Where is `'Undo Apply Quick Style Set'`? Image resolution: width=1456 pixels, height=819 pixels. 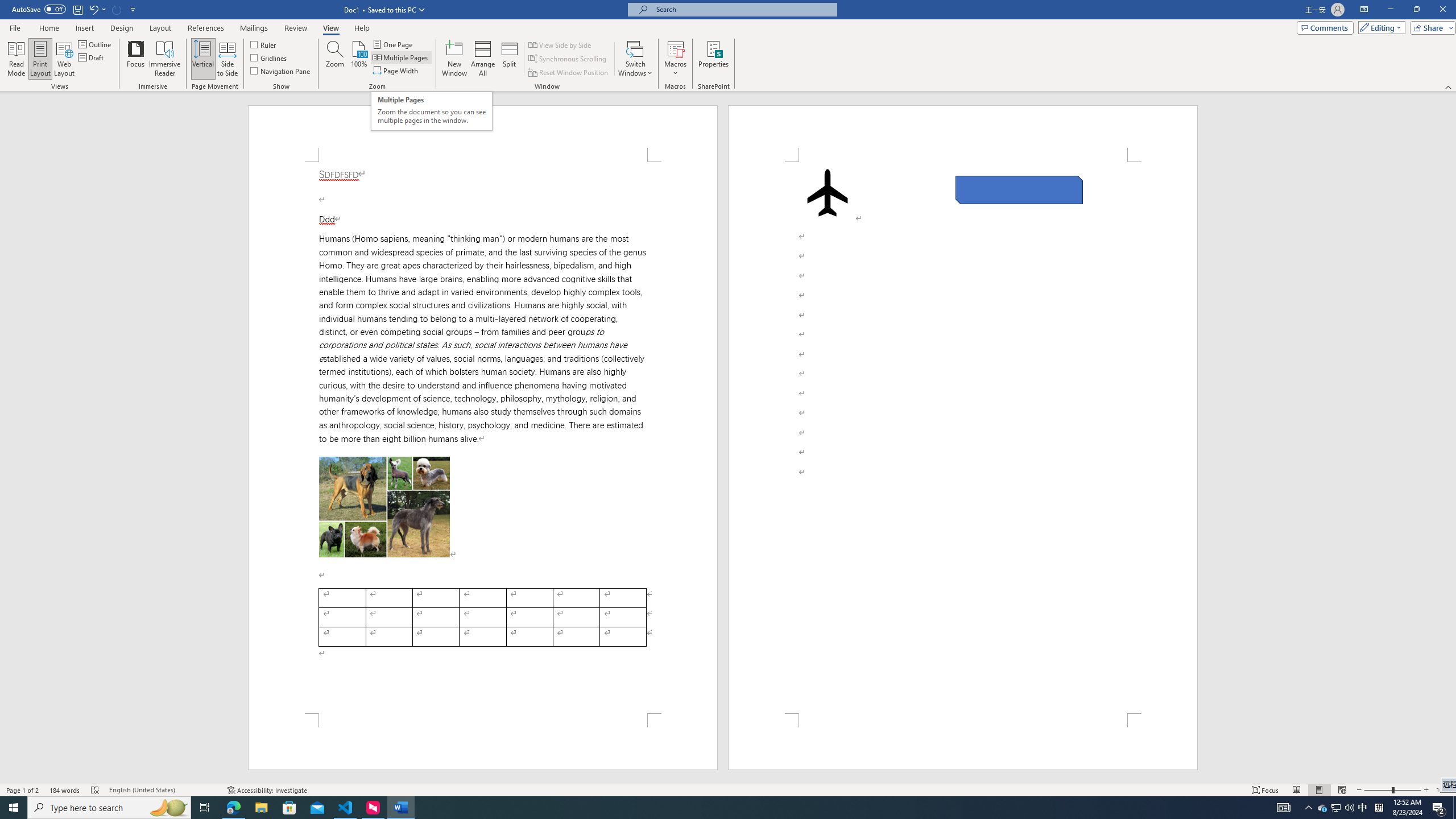
'Undo Apply Quick Style Set' is located at coordinates (97, 9).